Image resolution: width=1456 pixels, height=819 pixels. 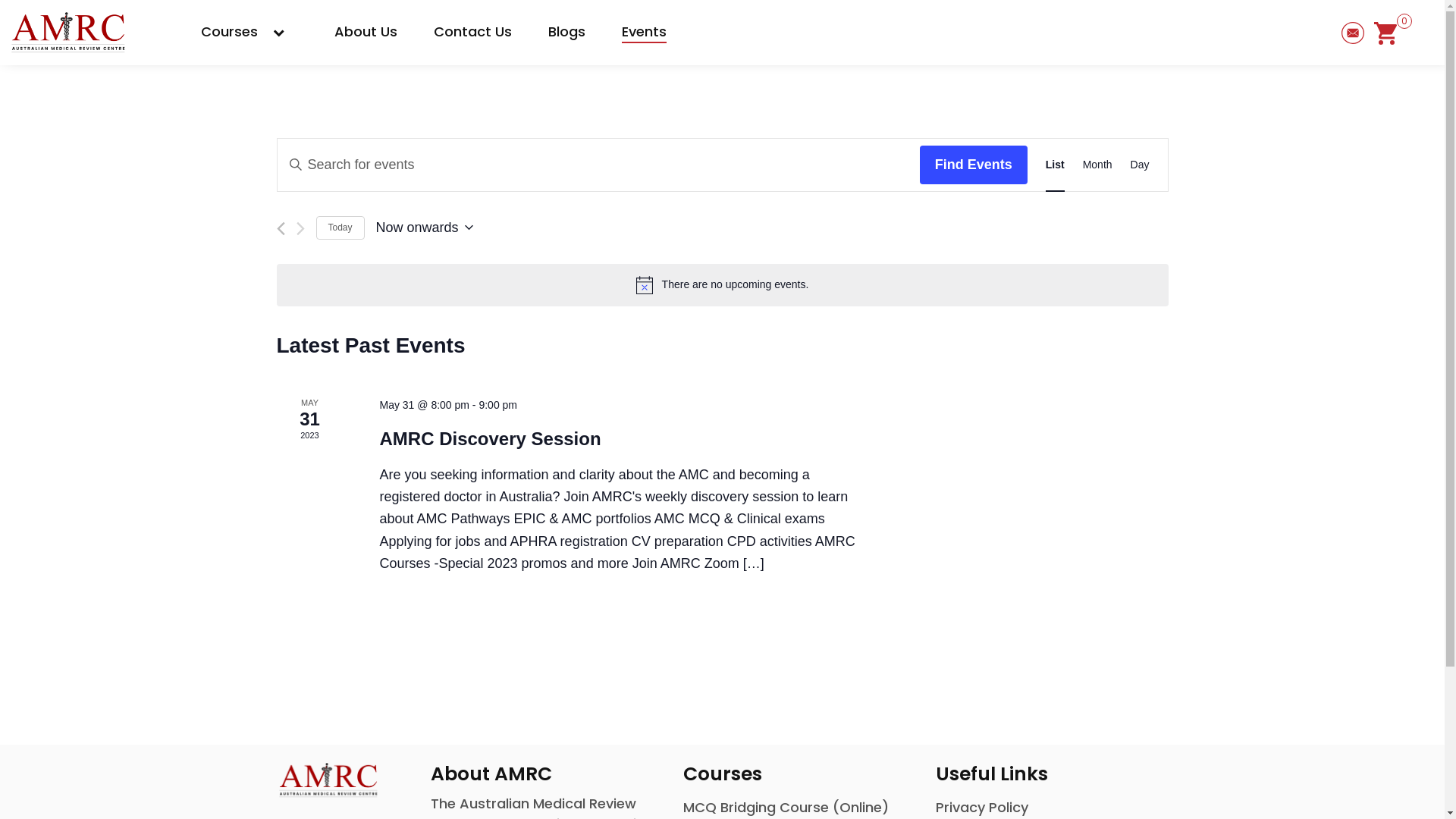 I want to click on 'About Us', so click(x=366, y=31).